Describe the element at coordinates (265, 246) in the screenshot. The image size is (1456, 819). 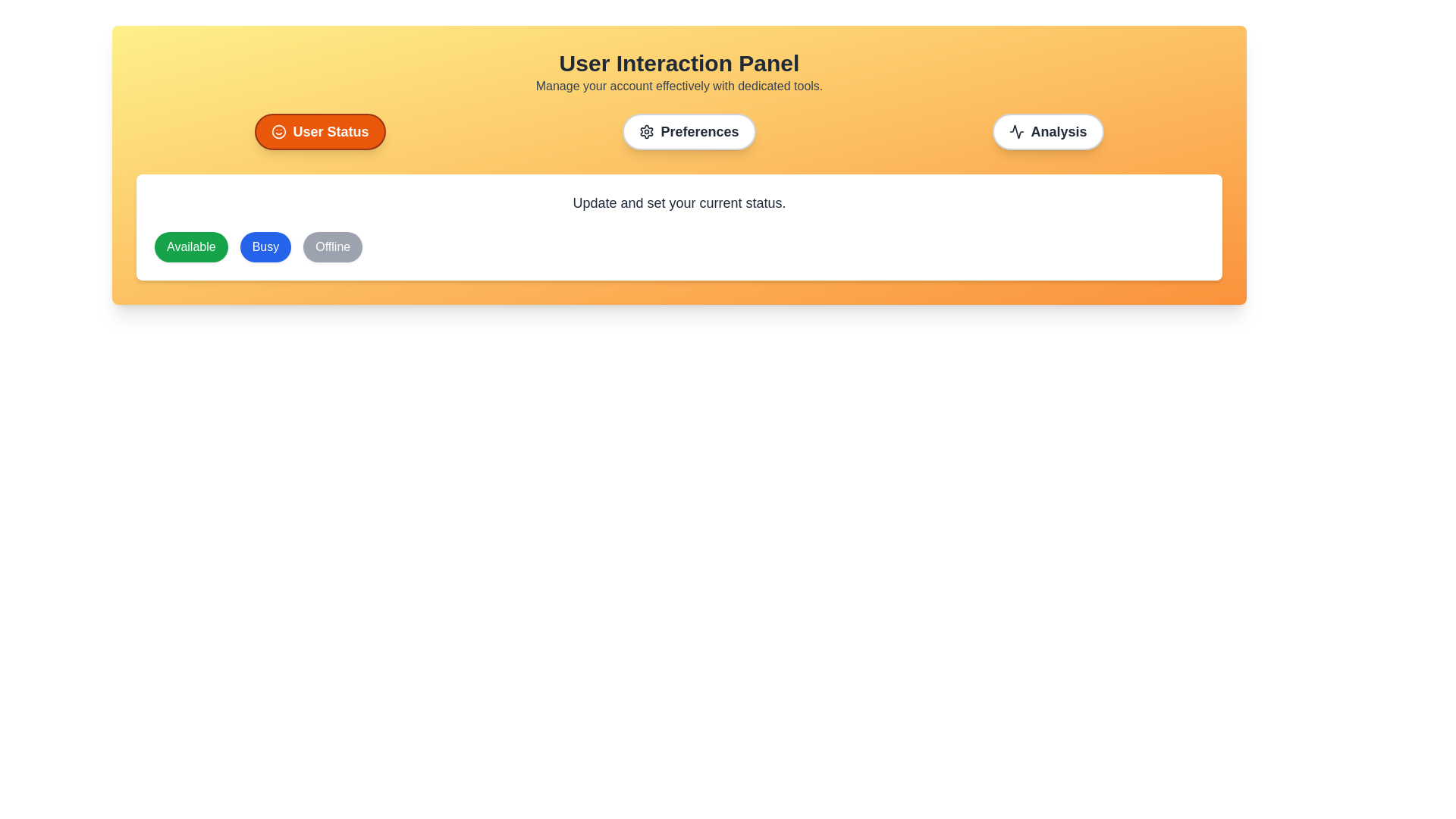
I see `the user status to Busy by clicking the corresponding button` at that location.